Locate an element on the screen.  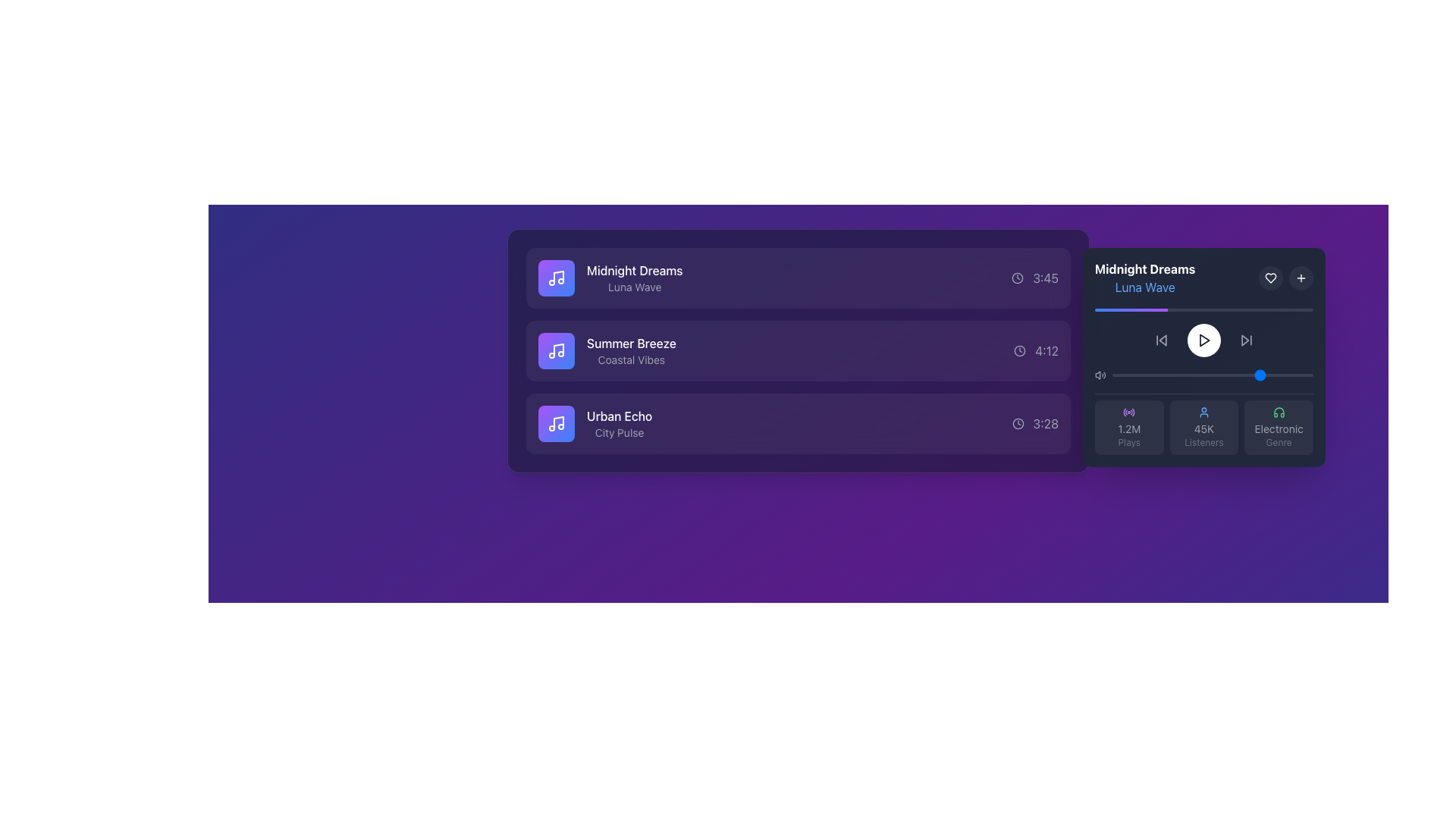
the play button located on the song detail widget displaying information about 'Midnight Dreams - Luna Wave' is located at coordinates (1203, 356).